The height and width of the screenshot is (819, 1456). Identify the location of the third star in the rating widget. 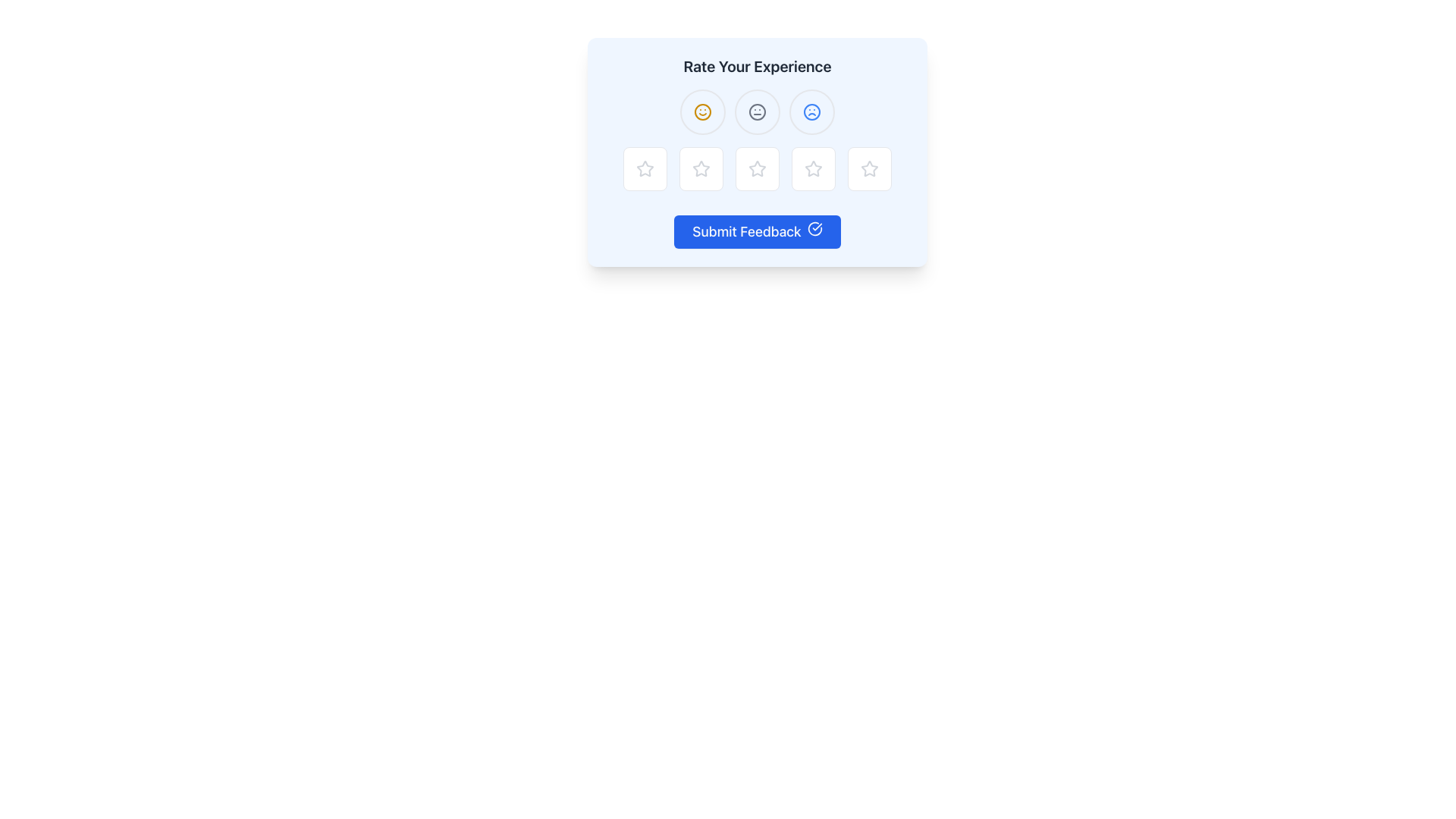
(757, 169).